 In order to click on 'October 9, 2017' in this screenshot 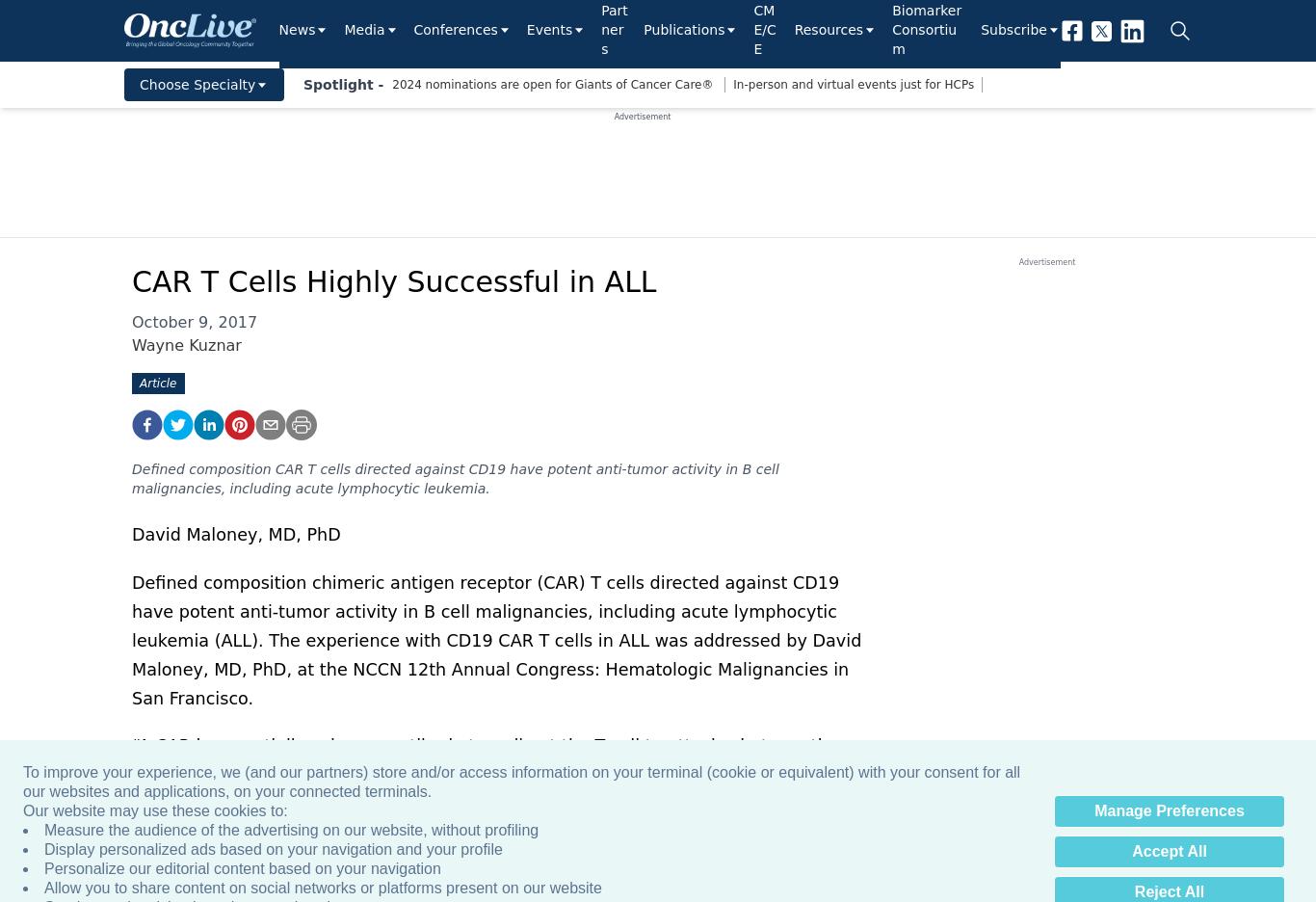, I will do `click(194, 321)`.